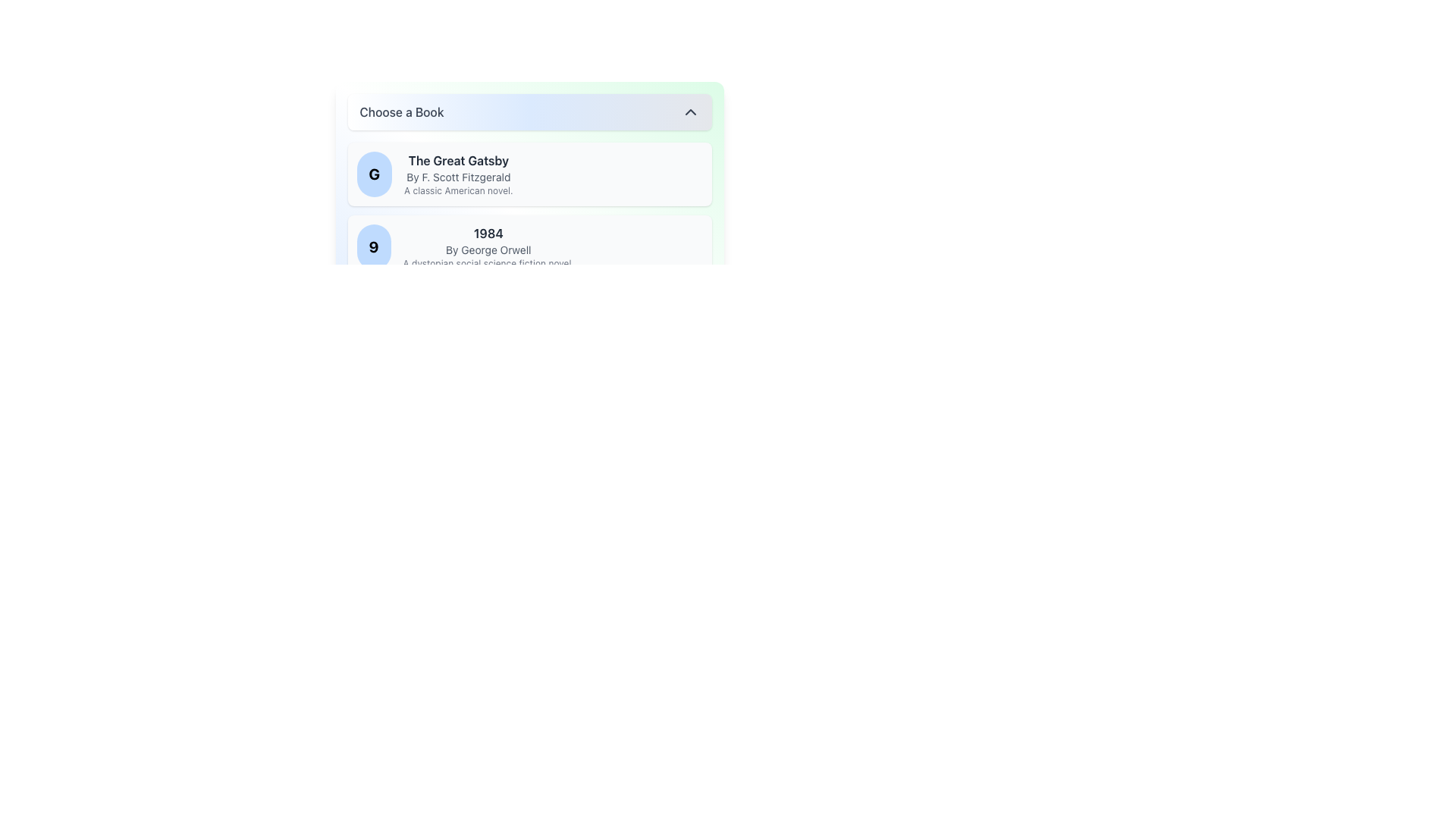 This screenshot has width=1456, height=819. I want to click on the text label indicating 'George Orwell' as the author of '1984', so click(488, 249).